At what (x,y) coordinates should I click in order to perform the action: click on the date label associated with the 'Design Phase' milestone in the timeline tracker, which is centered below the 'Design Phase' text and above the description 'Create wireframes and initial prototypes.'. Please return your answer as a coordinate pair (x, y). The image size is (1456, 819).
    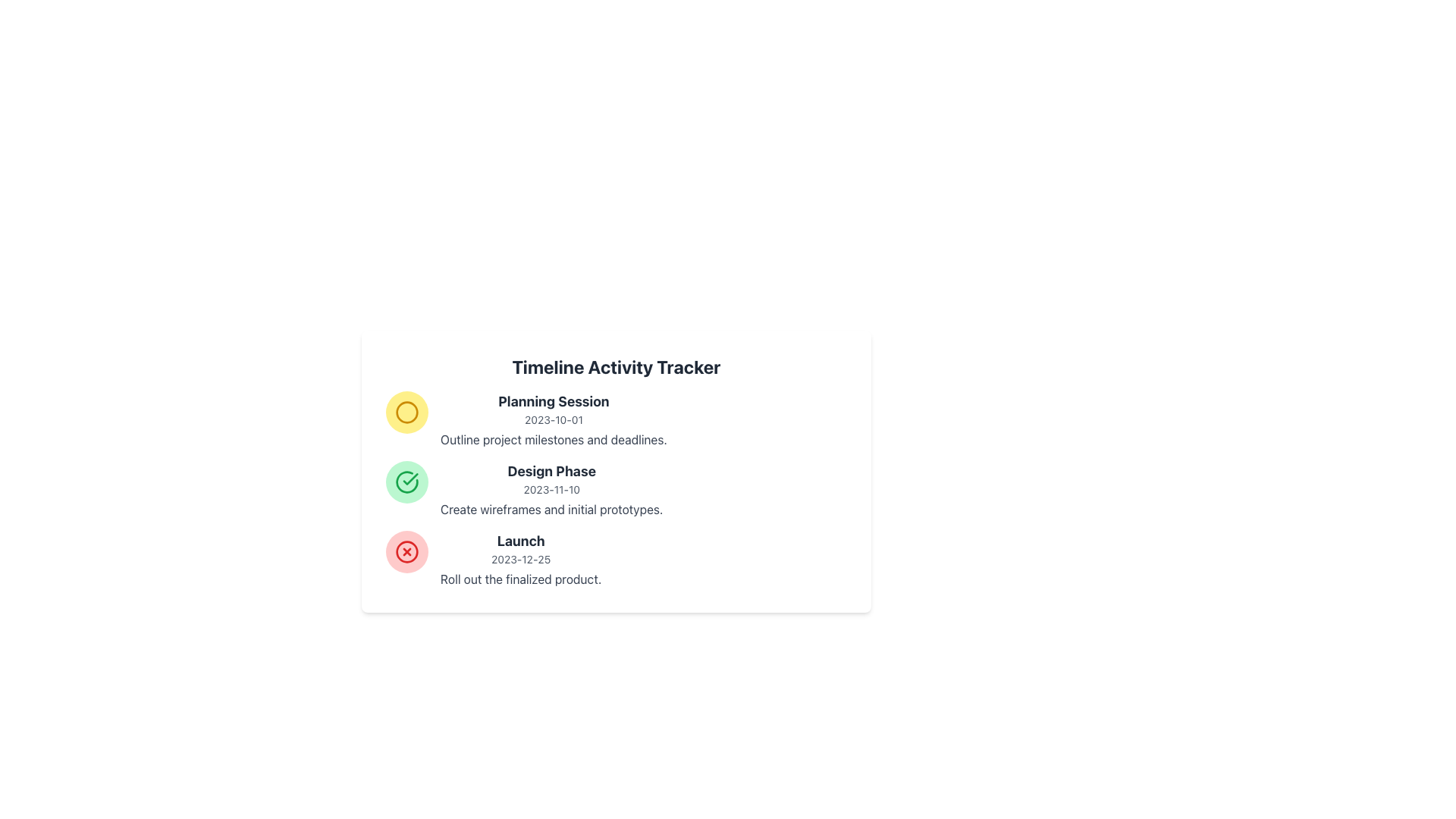
    Looking at the image, I should click on (551, 489).